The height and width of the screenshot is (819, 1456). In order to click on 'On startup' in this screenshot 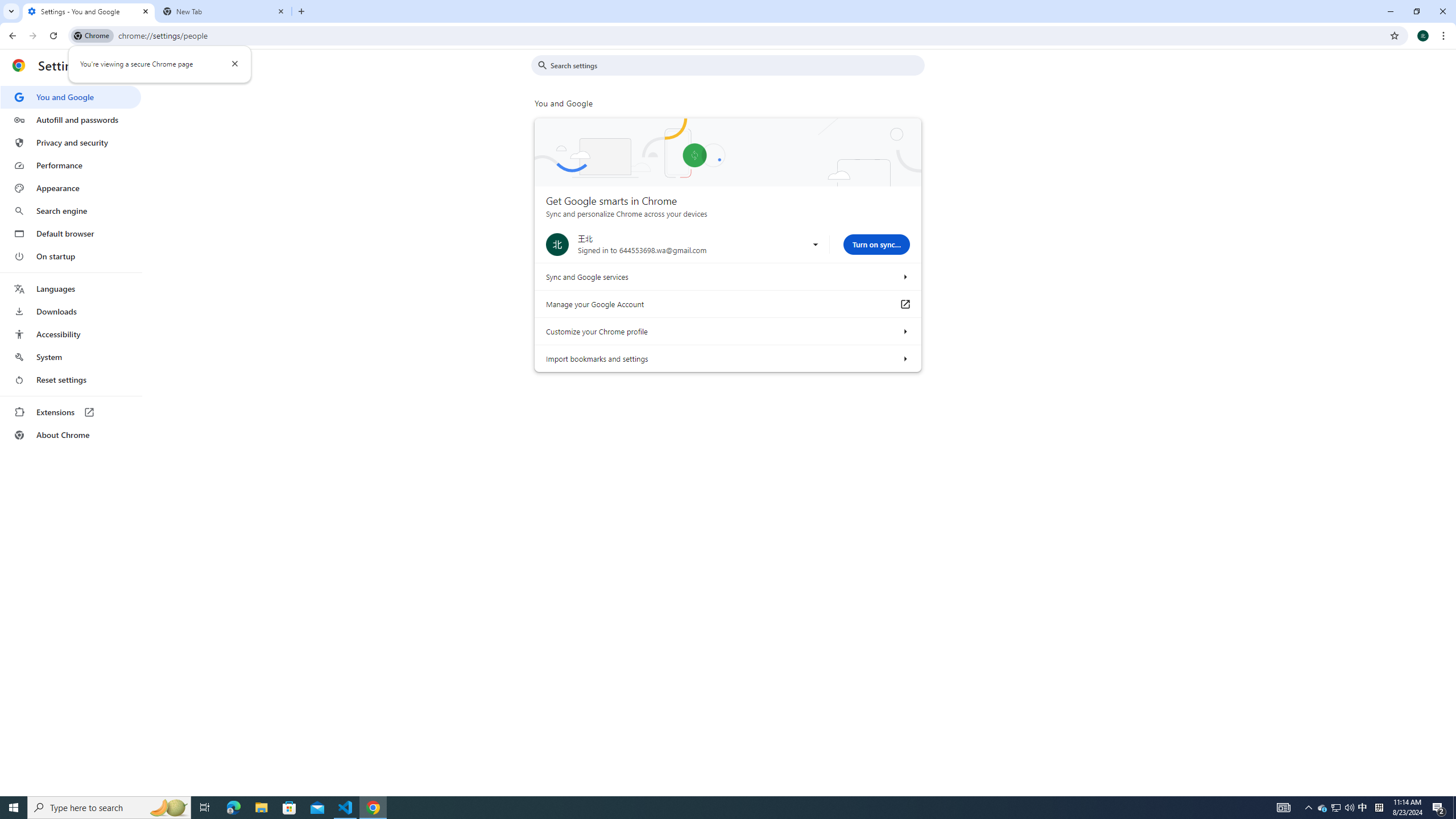, I will do `click(70, 255)`.